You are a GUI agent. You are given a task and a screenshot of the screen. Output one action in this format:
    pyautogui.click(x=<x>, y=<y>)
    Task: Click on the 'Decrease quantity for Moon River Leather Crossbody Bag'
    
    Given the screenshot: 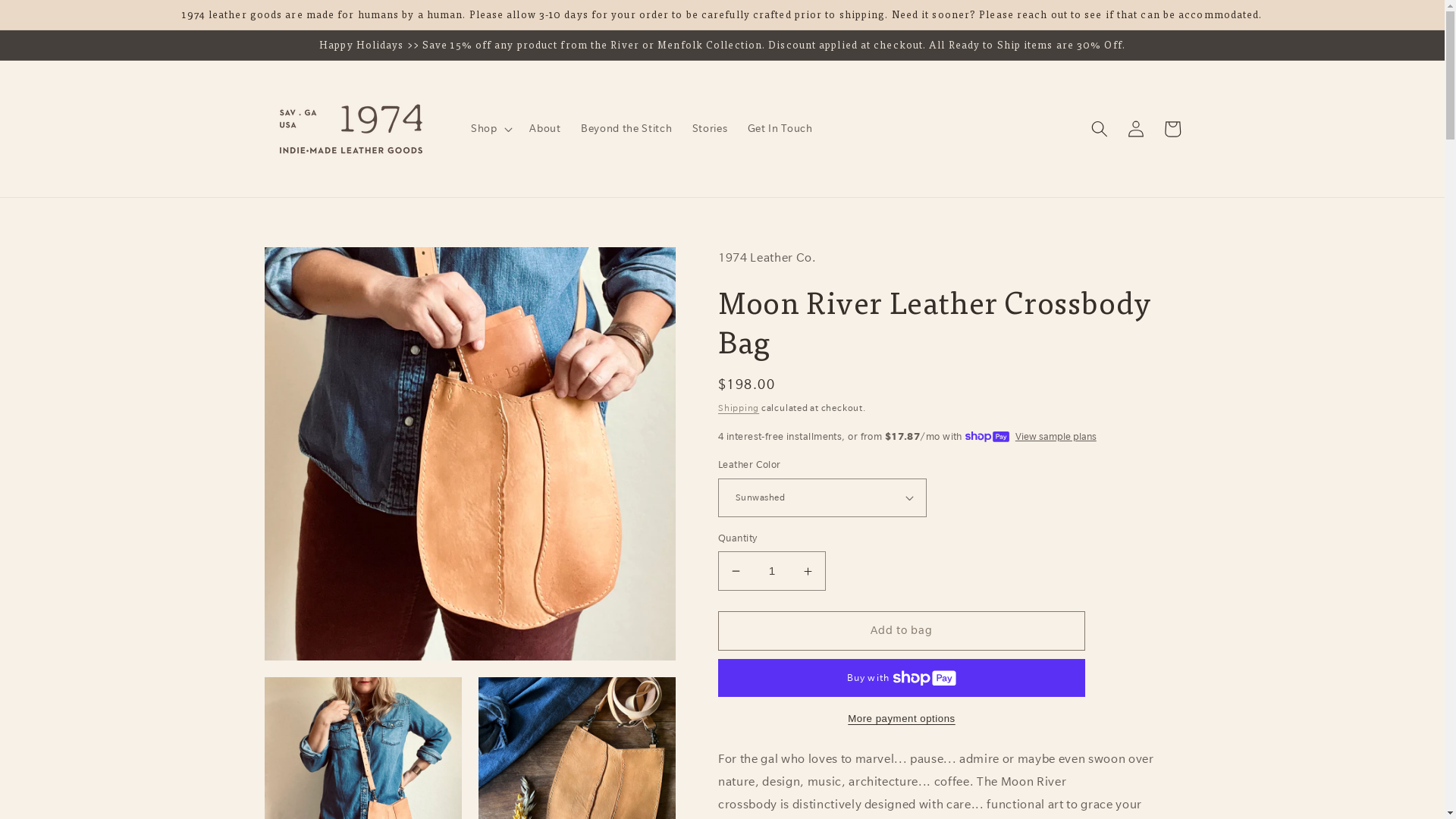 What is the action you would take?
    pyautogui.click(x=736, y=570)
    